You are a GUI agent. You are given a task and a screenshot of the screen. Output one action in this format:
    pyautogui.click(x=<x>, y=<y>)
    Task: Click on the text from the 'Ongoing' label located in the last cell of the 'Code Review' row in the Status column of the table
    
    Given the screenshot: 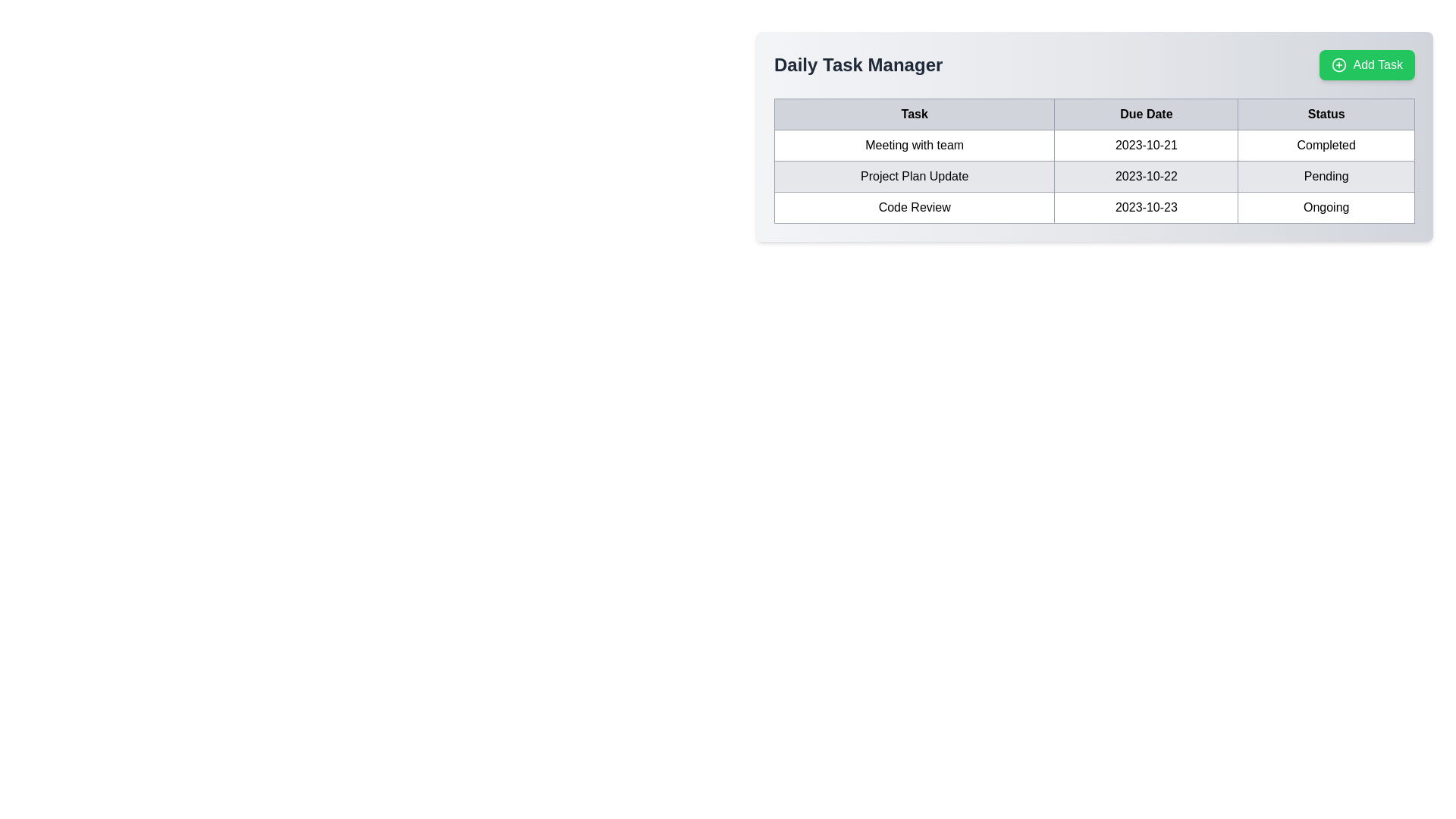 What is the action you would take?
    pyautogui.click(x=1326, y=207)
    